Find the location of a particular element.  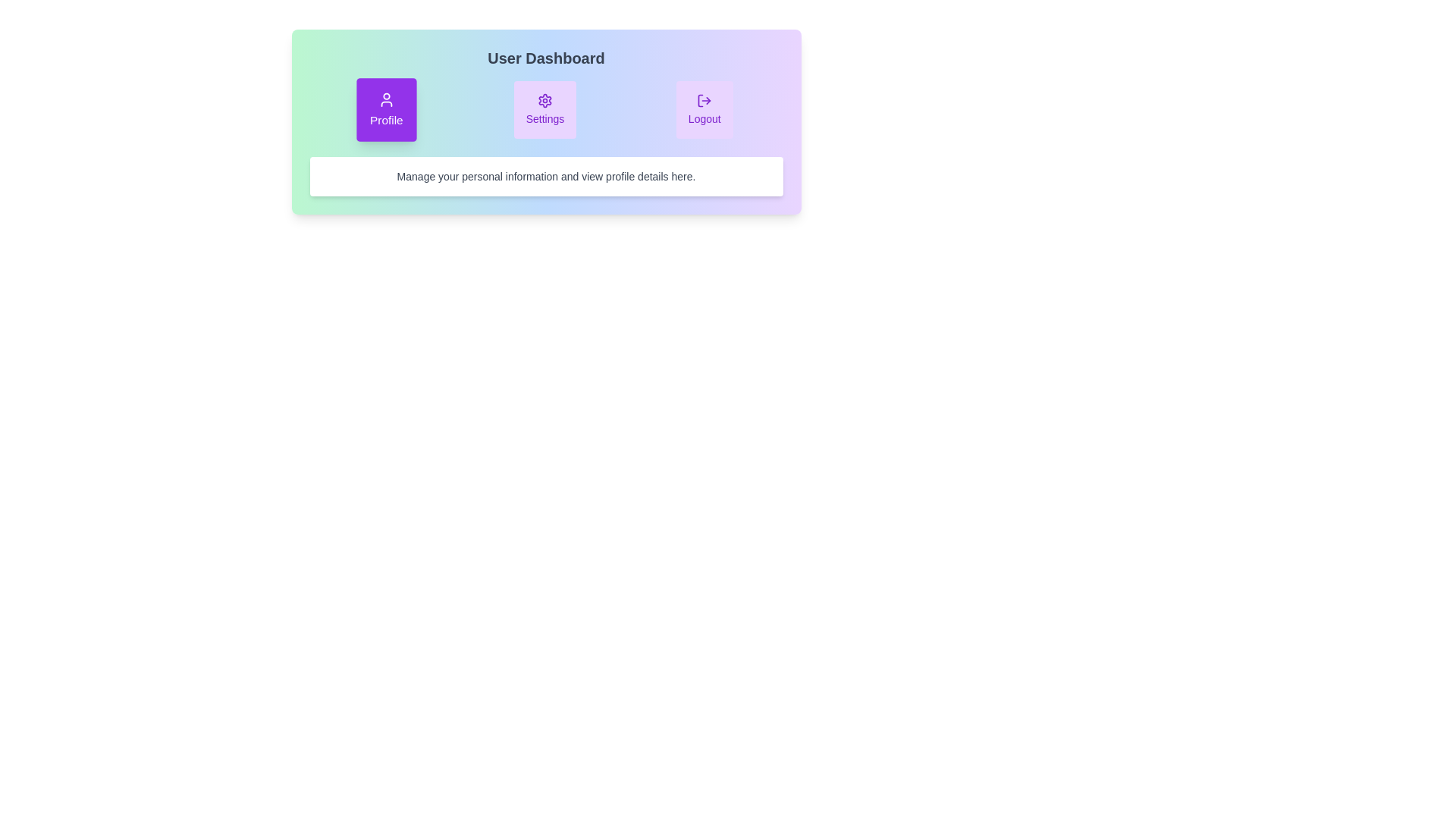

the Settings tab to view its hover effect is located at coordinates (544, 109).